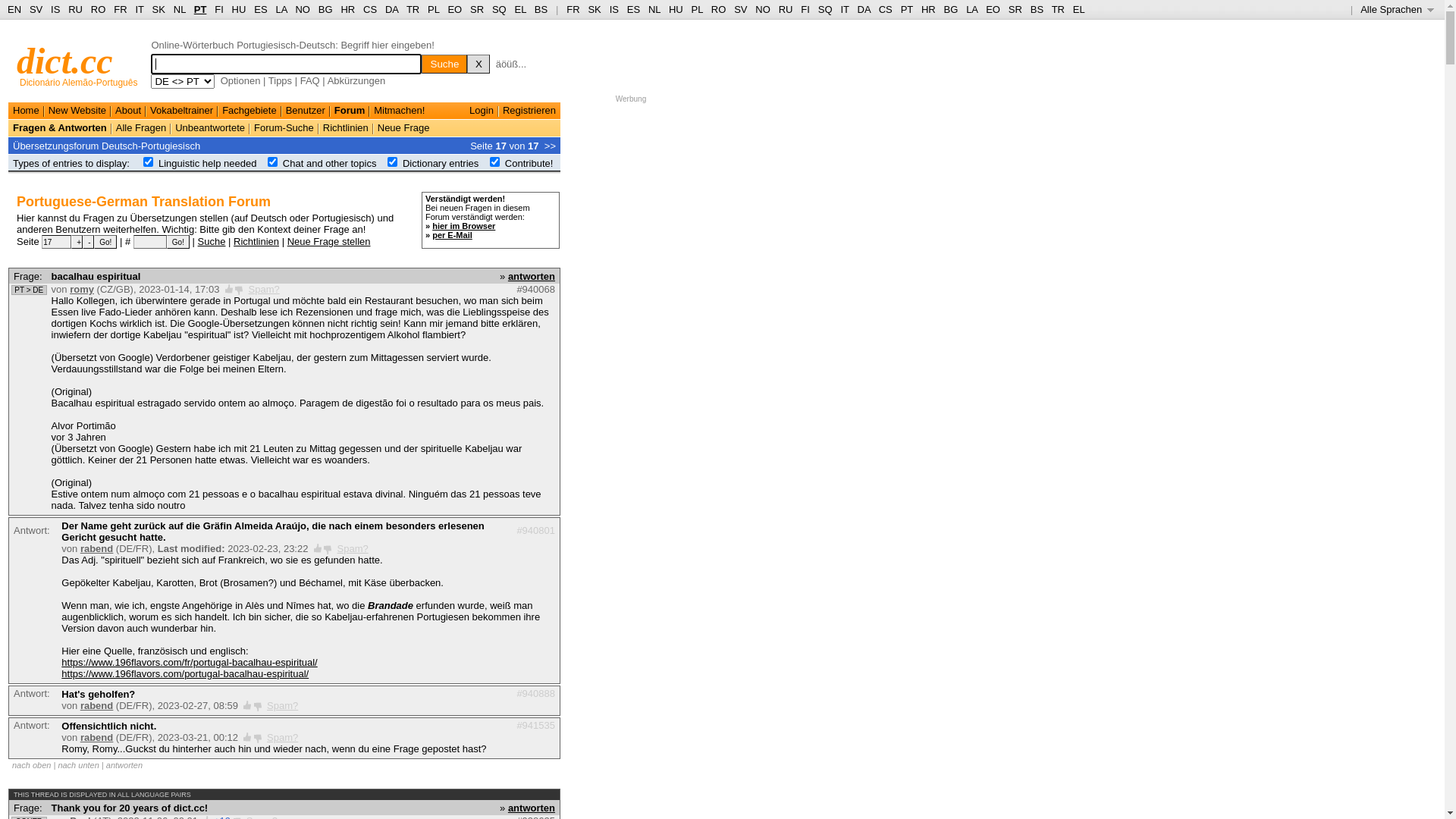  What do you see at coordinates (97, 9) in the screenshot?
I see `'RO'` at bounding box center [97, 9].